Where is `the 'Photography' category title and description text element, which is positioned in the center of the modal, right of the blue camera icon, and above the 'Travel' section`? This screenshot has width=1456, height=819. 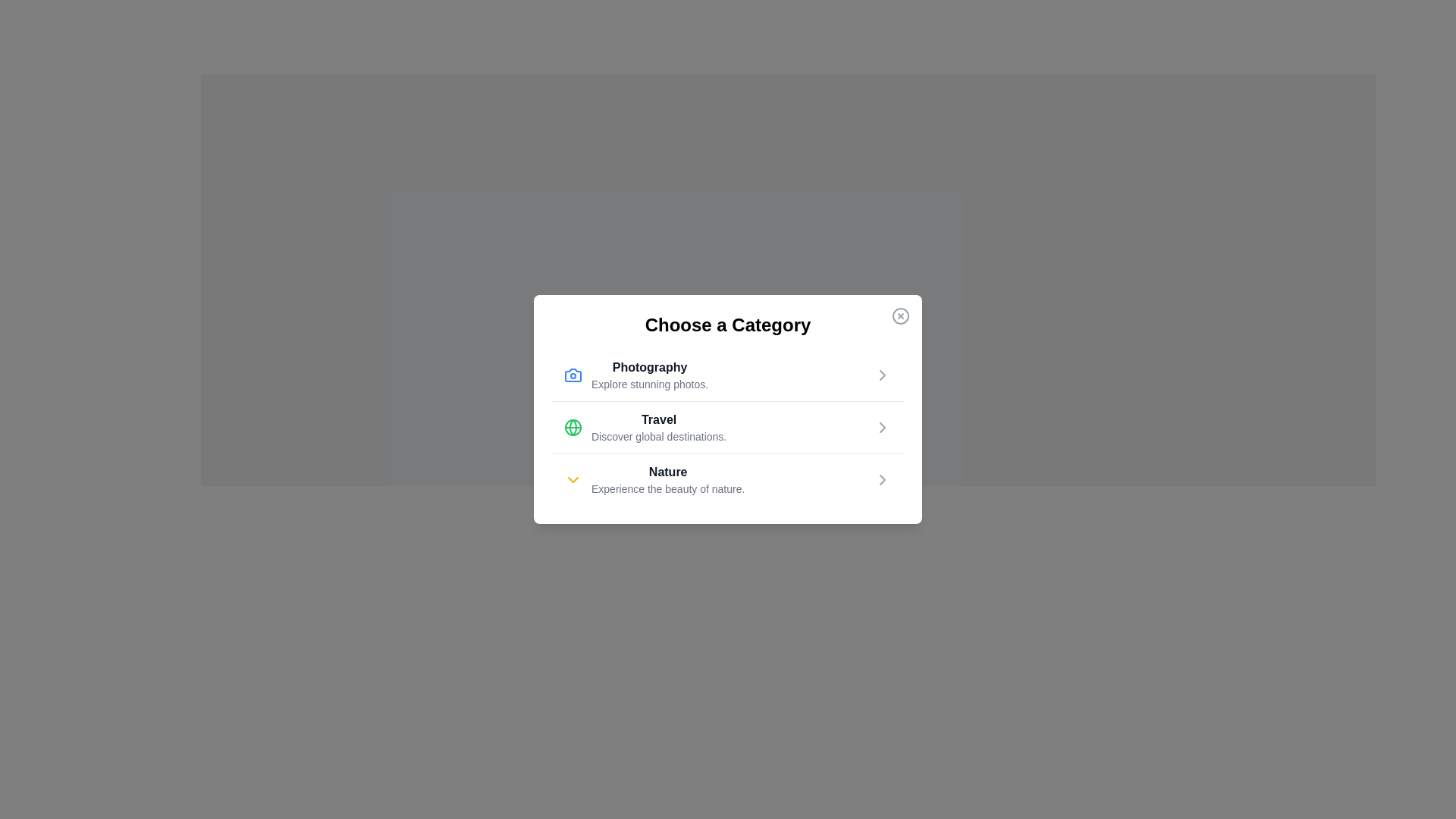 the 'Photography' category title and description text element, which is positioned in the center of the modal, right of the blue camera icon, and above the 'Travel' section is located at coordinates (650, 375).